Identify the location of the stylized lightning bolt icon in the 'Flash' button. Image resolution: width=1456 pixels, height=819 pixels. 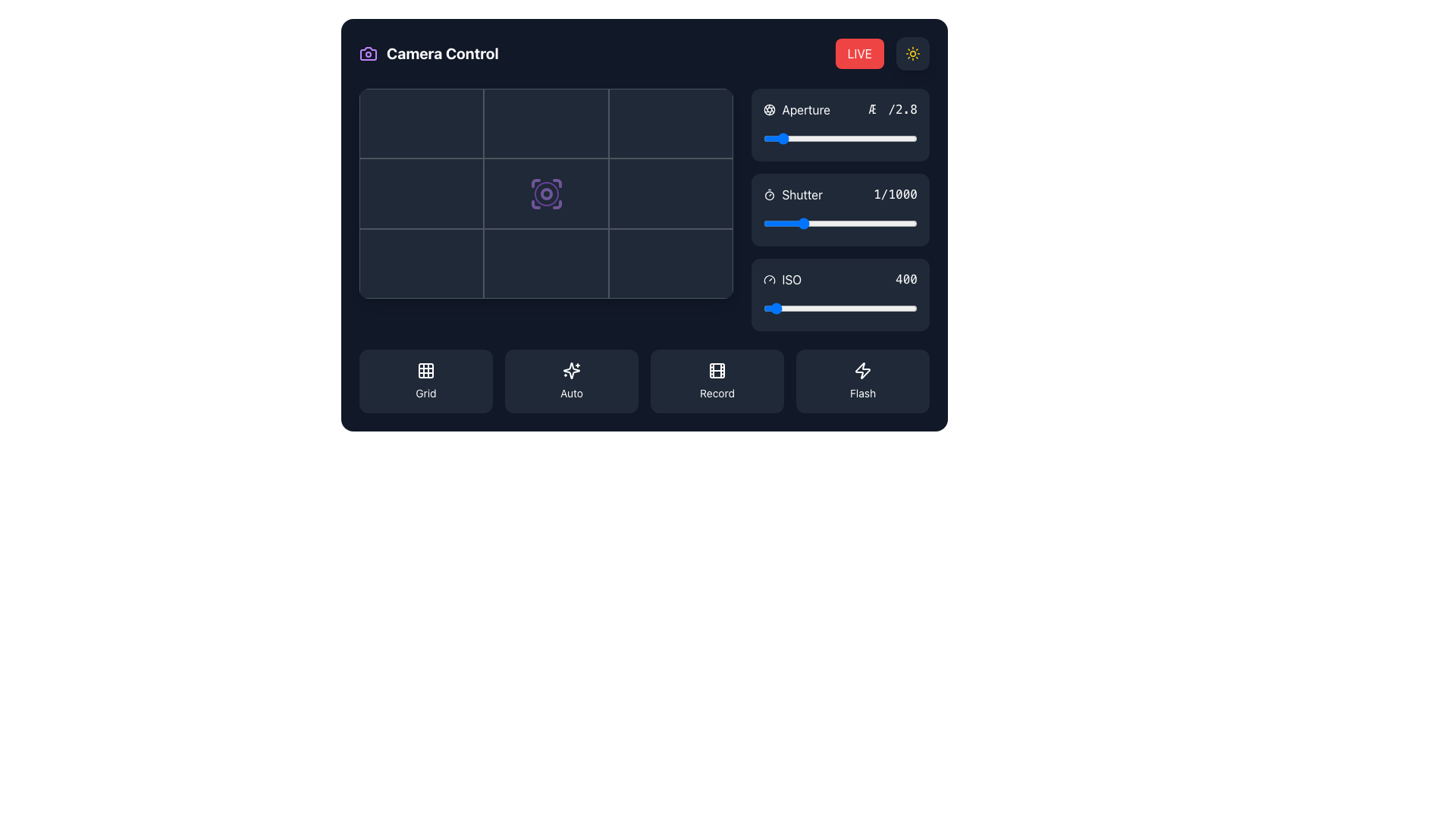
(862, 371).